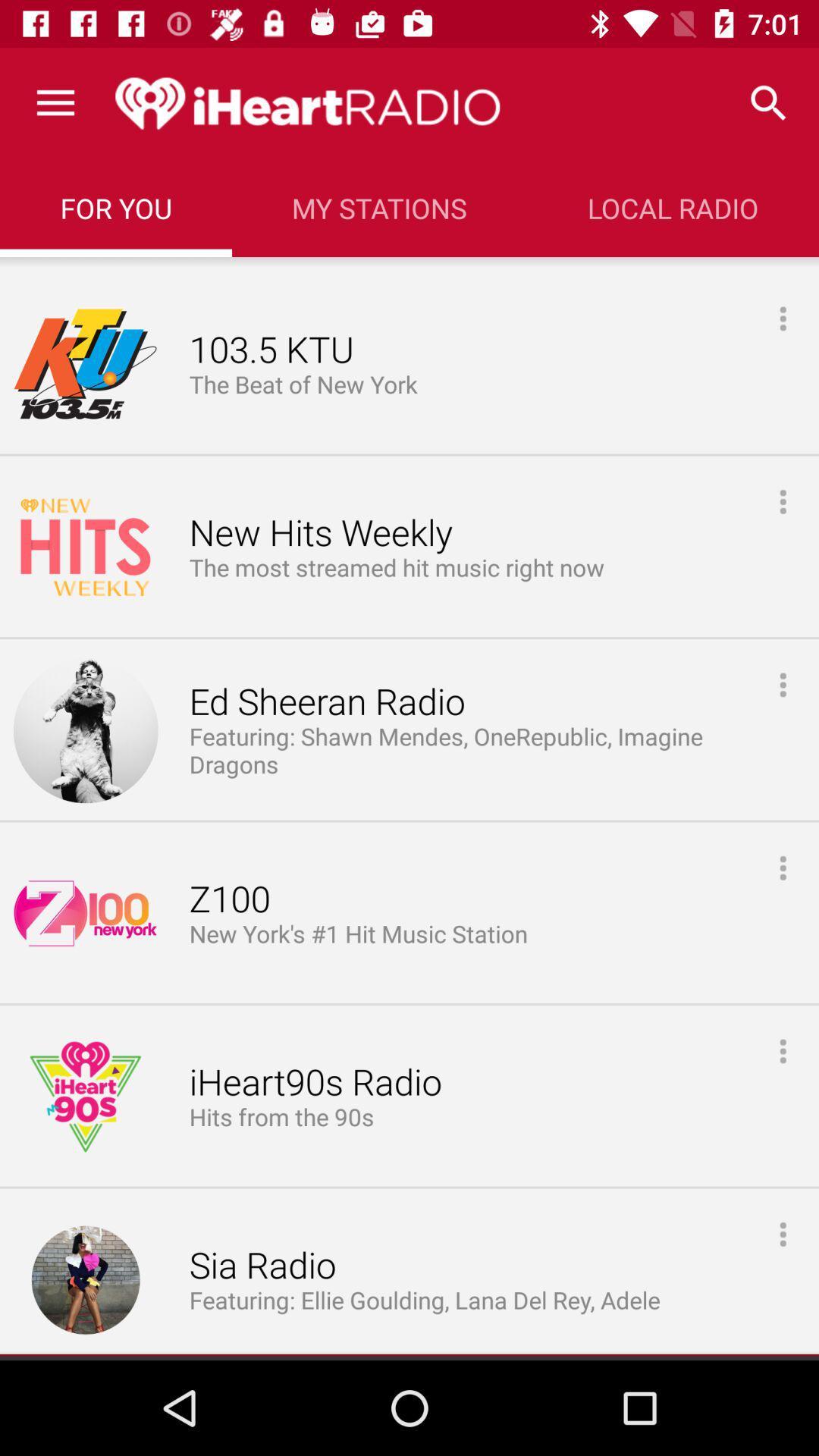  Describe the element at coordinates (672, 207) in the screenshot. I see `the icon next to the my stations icon` at that location.